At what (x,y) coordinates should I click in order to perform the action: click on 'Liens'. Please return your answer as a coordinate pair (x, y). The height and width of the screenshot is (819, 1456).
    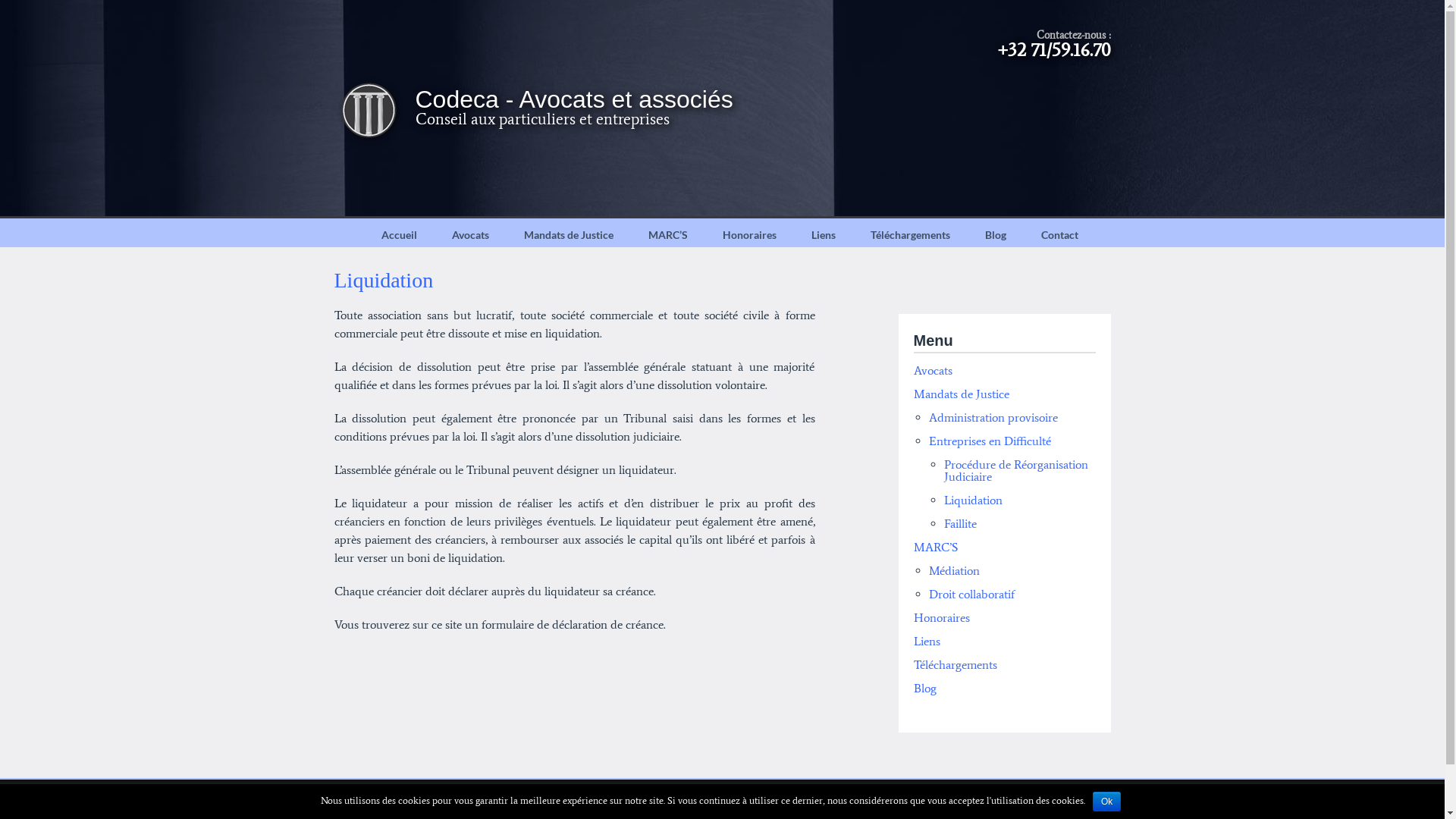
    Looking at the image, I should click on (821, 234).